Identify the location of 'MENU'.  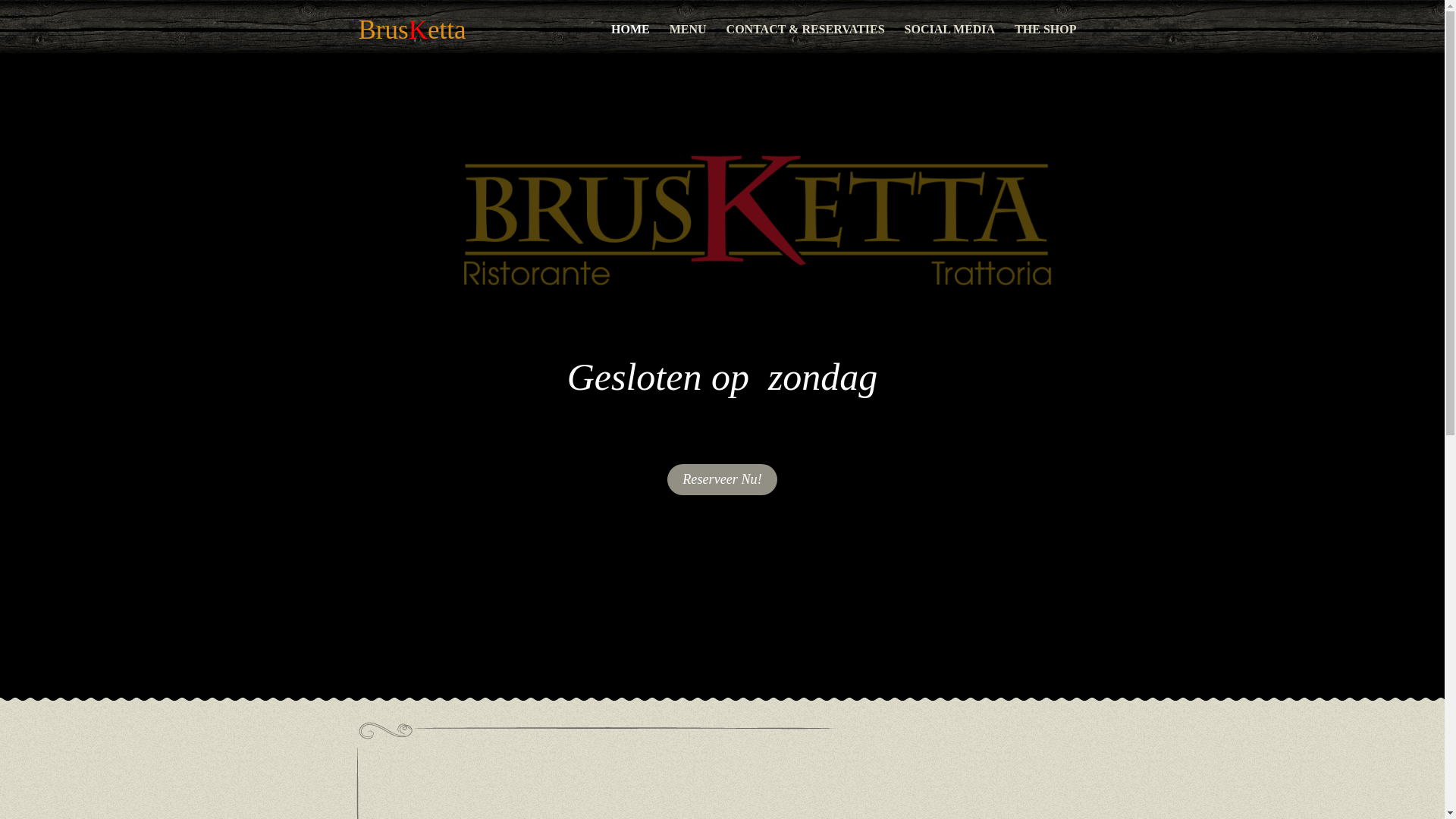
(687, 30).